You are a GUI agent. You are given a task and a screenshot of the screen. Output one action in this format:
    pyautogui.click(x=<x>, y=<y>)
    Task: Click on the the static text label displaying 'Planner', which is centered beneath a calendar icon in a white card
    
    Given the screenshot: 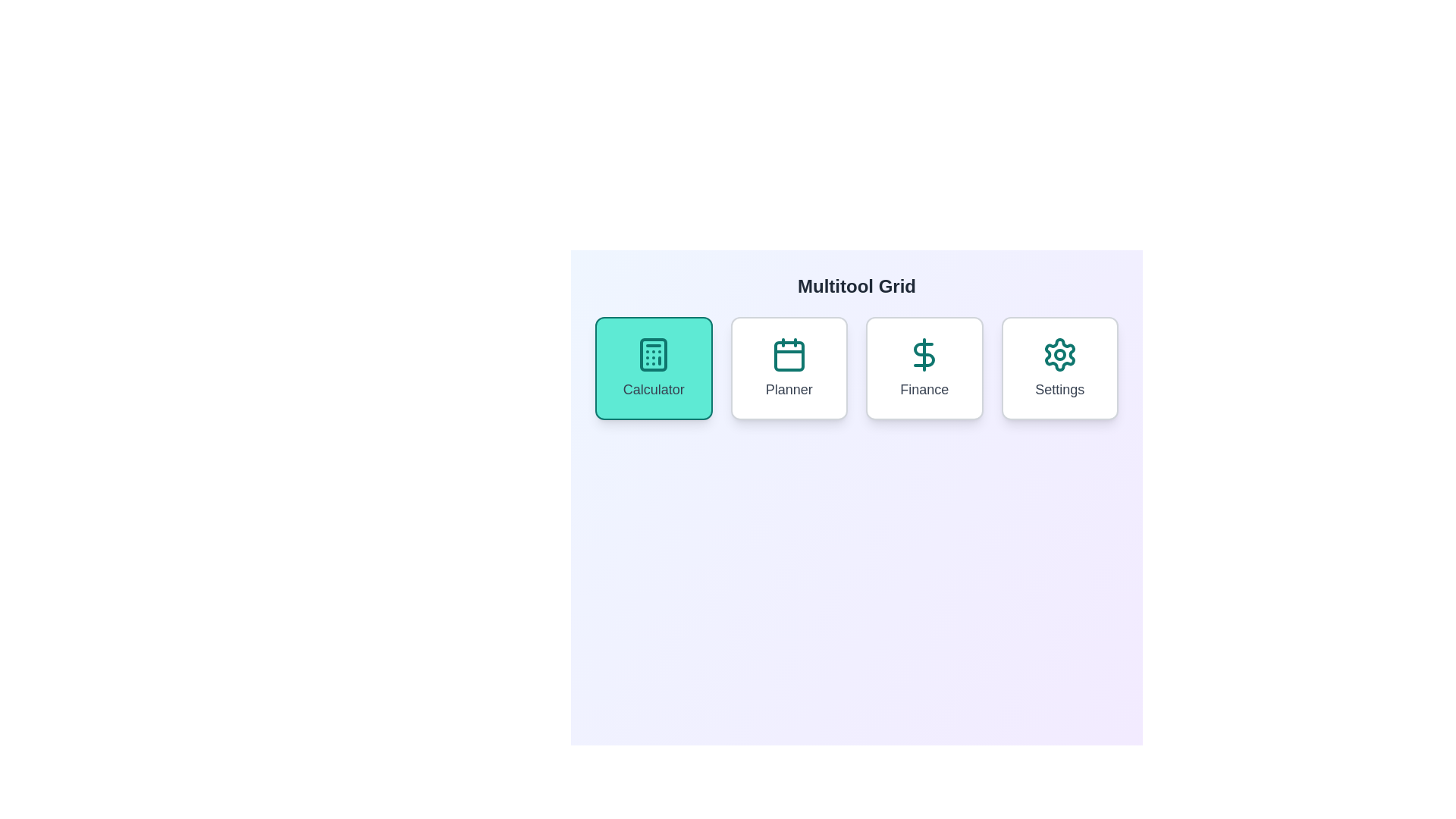 What is the action you would take?
    pyautogui.click(x=789, y=388)
    